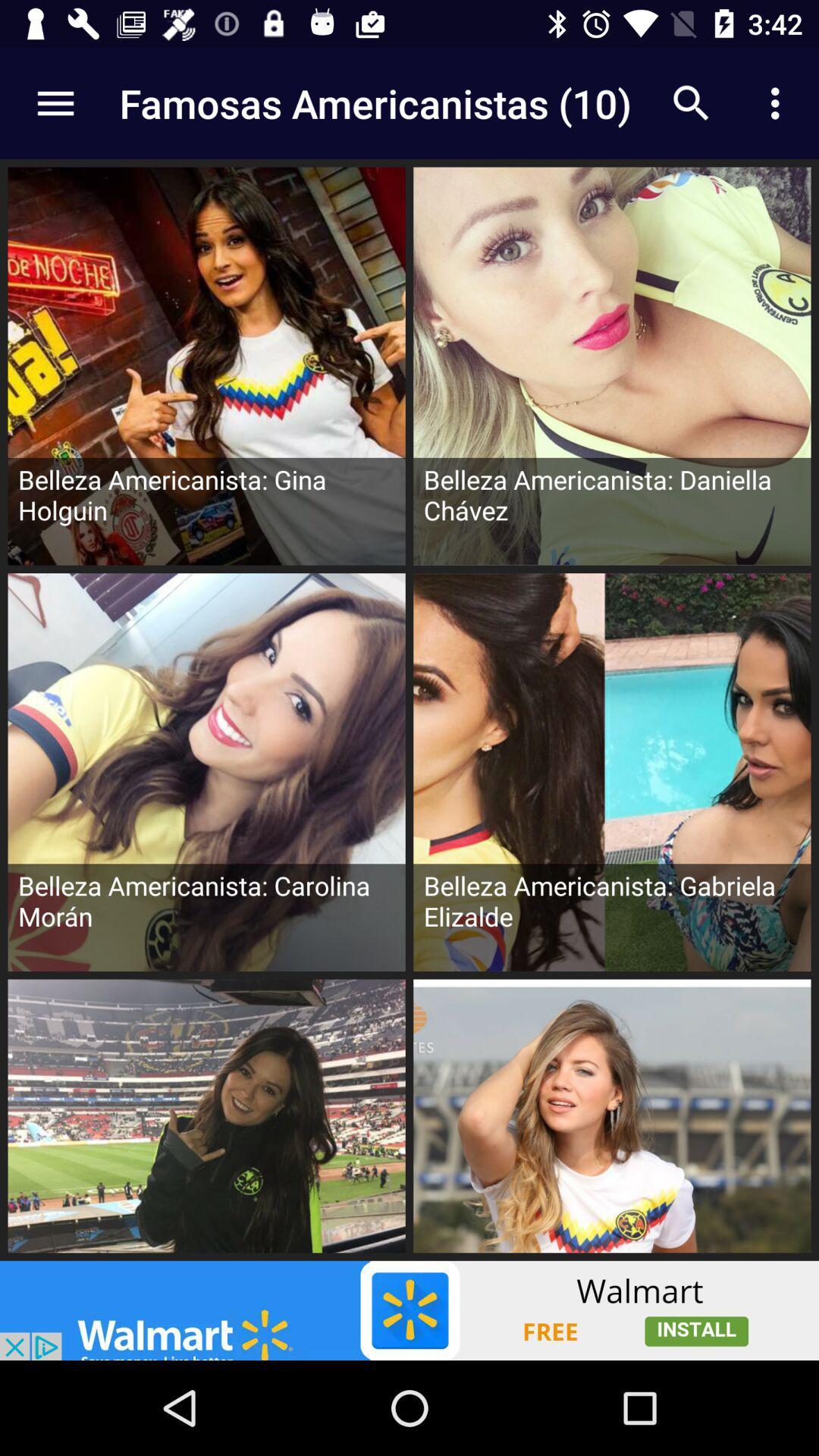  What do you see at coordinates (207, 1120) in the screenshot?
I see `last row 1st image of the page` at bounding box center [207, 1120].